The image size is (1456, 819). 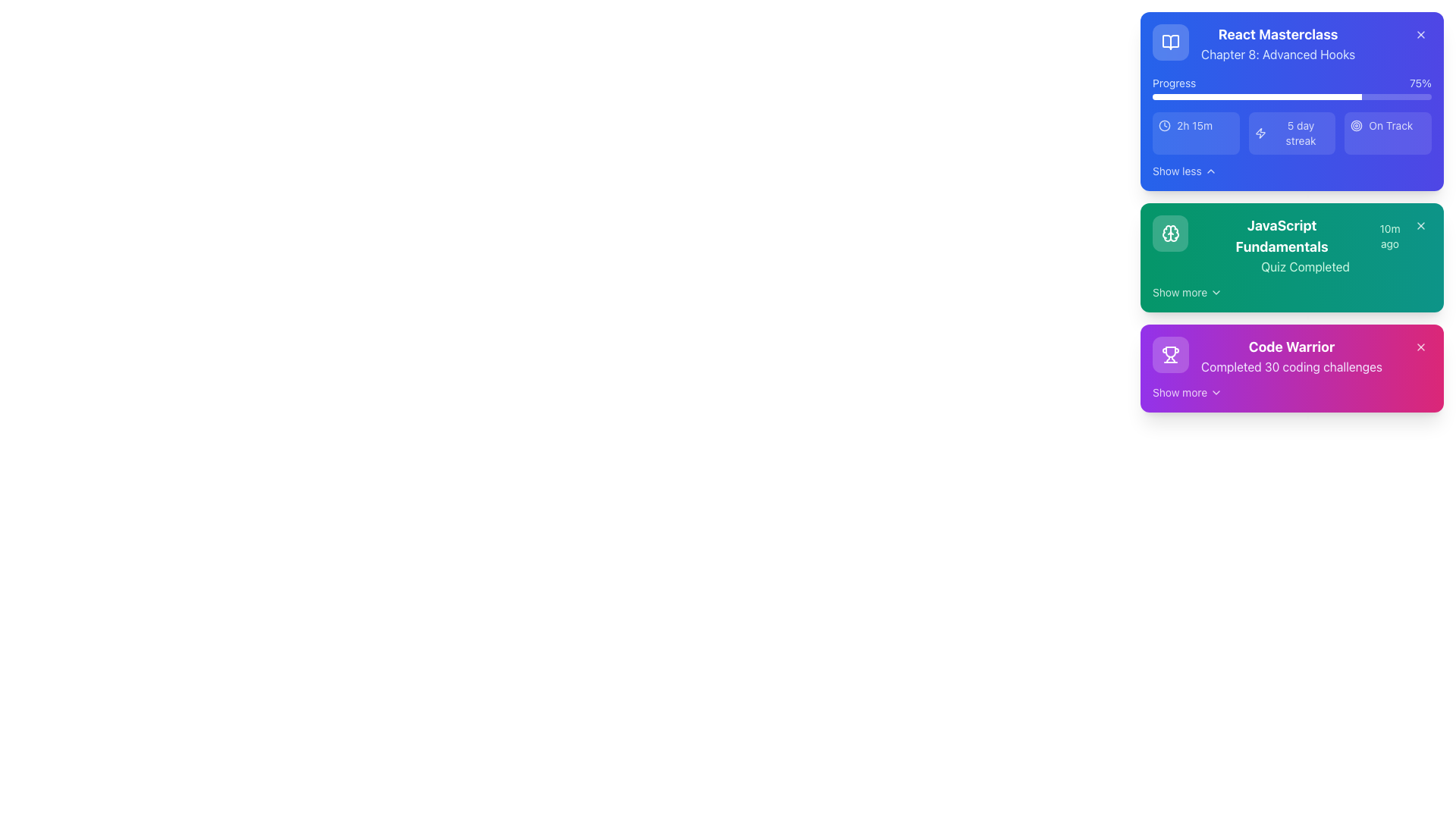 I want to click on the text label displaying '5 day streak' which is centrally aligned within the 'React Masterclass' card, so click(x=1300, y=133).